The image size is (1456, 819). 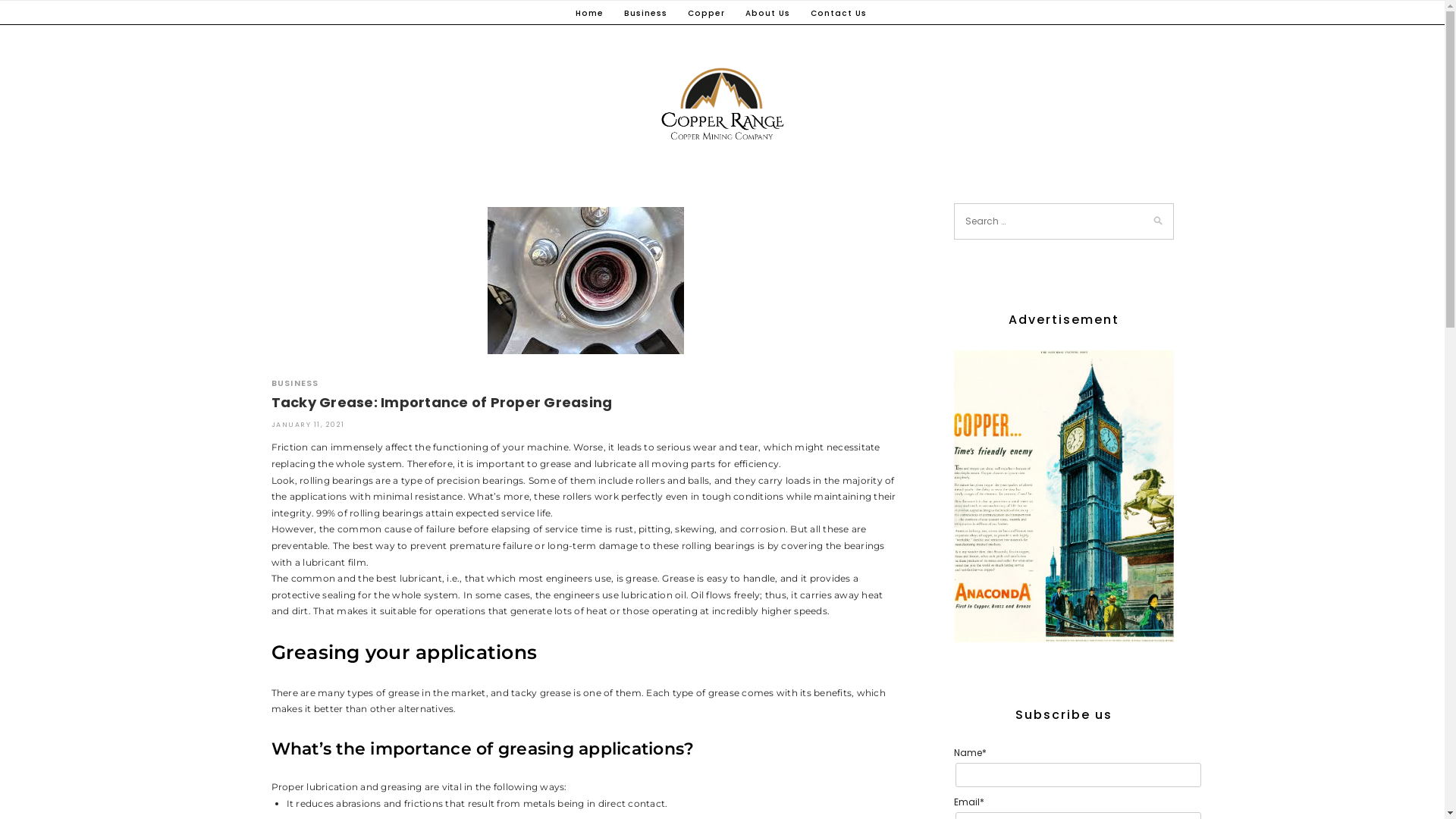 What do you see at coordinates (704, 13) in the screenshot?
I see `'Copper'` at bounding box center [704, 13].